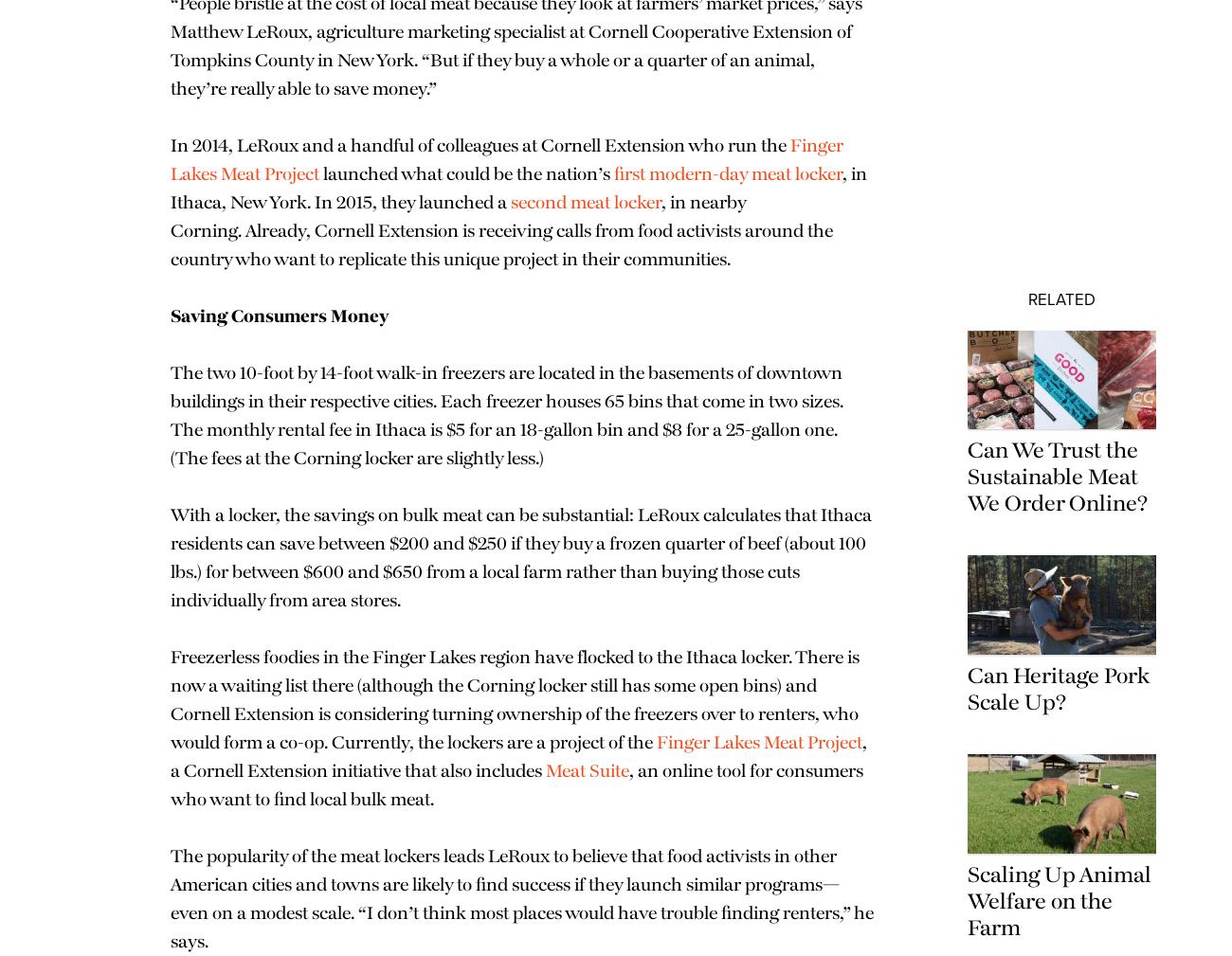 Image resolution: width=1232 pixels, height=956 pixels. I want to click on ', in nearby Corning. Already, Cornell Extension is receiving calls from food activists around the country who want to replicate this unique project in their communities.', so click(501, 230).